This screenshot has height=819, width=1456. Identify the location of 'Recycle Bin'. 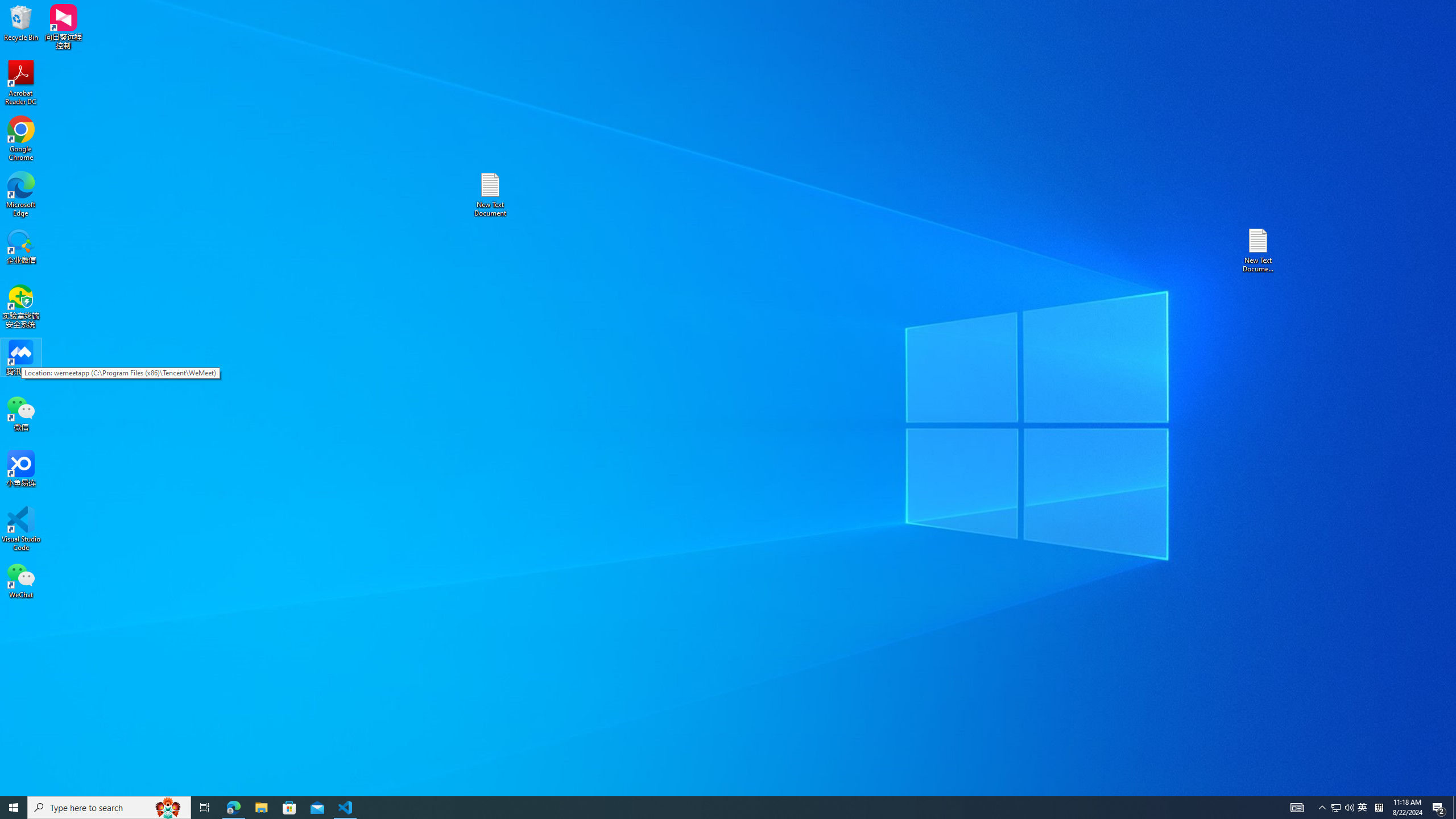
(20, 22).